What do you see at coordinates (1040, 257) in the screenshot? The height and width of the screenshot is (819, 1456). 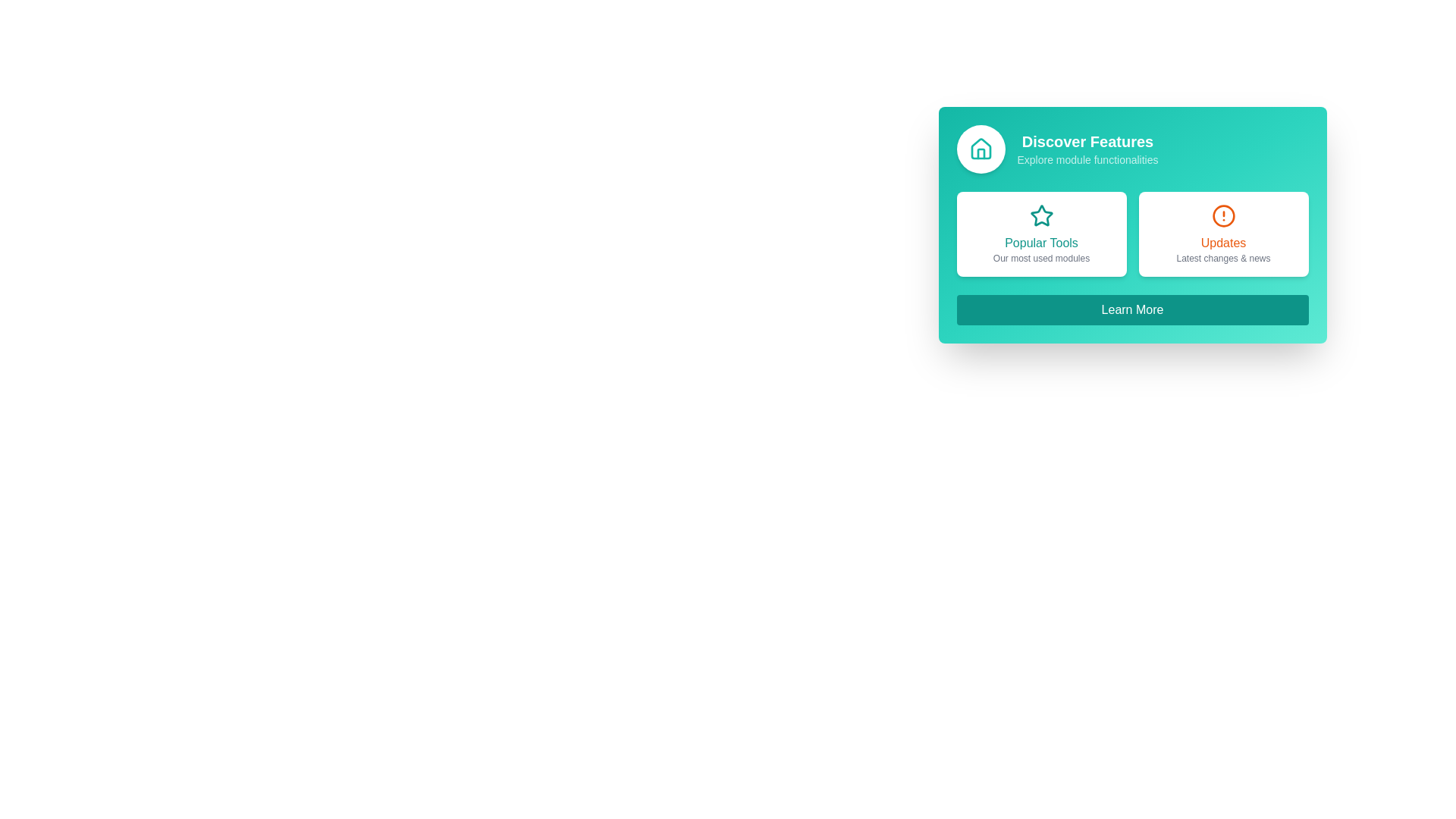 I see `the static text element located beneath the 'Popular Tools' section in the 'Discover Features' card` at bounding box center [1040, 257].